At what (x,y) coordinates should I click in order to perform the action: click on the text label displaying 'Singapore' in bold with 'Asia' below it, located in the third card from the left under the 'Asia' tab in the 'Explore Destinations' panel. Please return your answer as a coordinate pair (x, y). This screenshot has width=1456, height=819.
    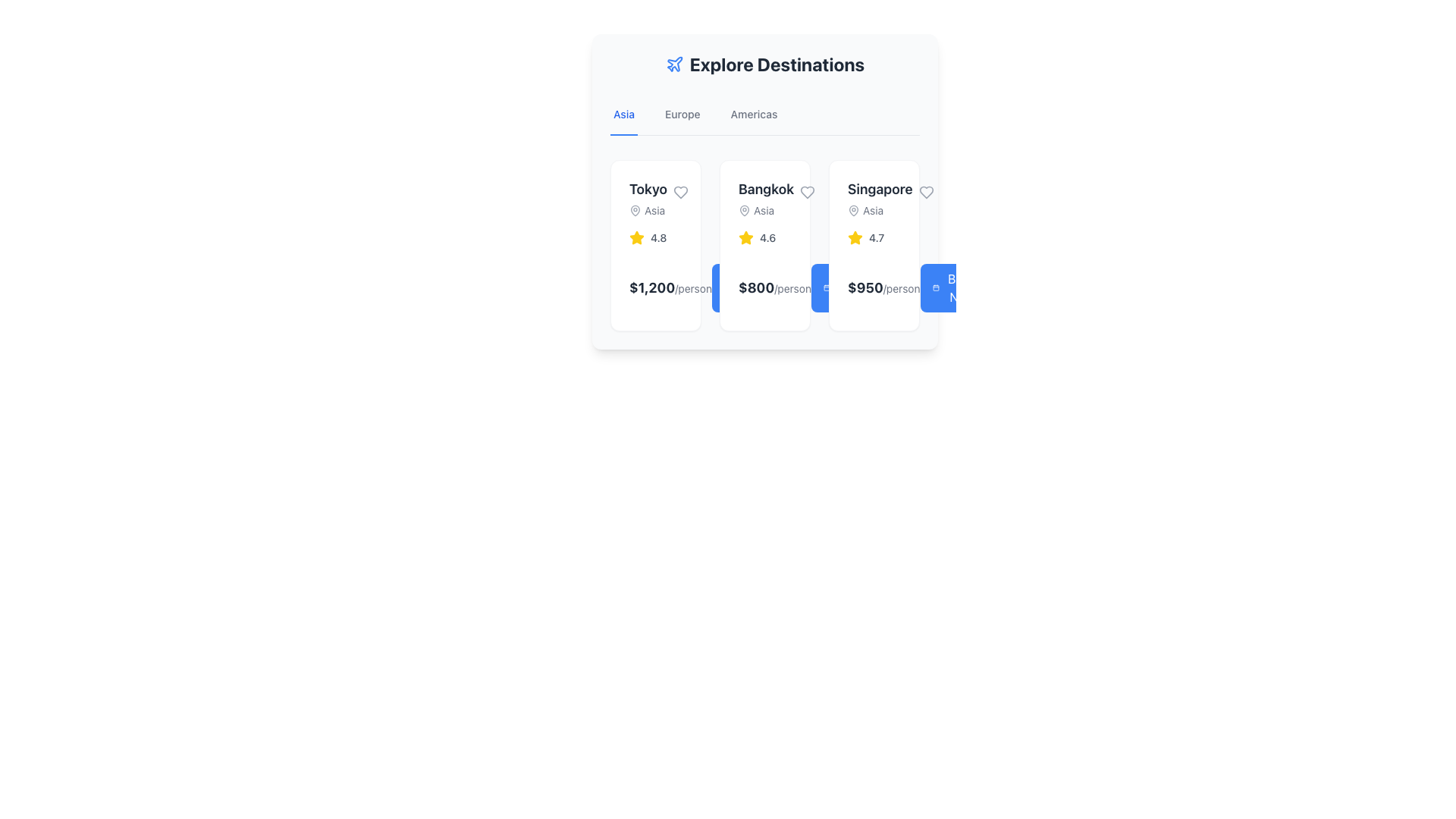
    Looking at the image, I should click on (874, 198).